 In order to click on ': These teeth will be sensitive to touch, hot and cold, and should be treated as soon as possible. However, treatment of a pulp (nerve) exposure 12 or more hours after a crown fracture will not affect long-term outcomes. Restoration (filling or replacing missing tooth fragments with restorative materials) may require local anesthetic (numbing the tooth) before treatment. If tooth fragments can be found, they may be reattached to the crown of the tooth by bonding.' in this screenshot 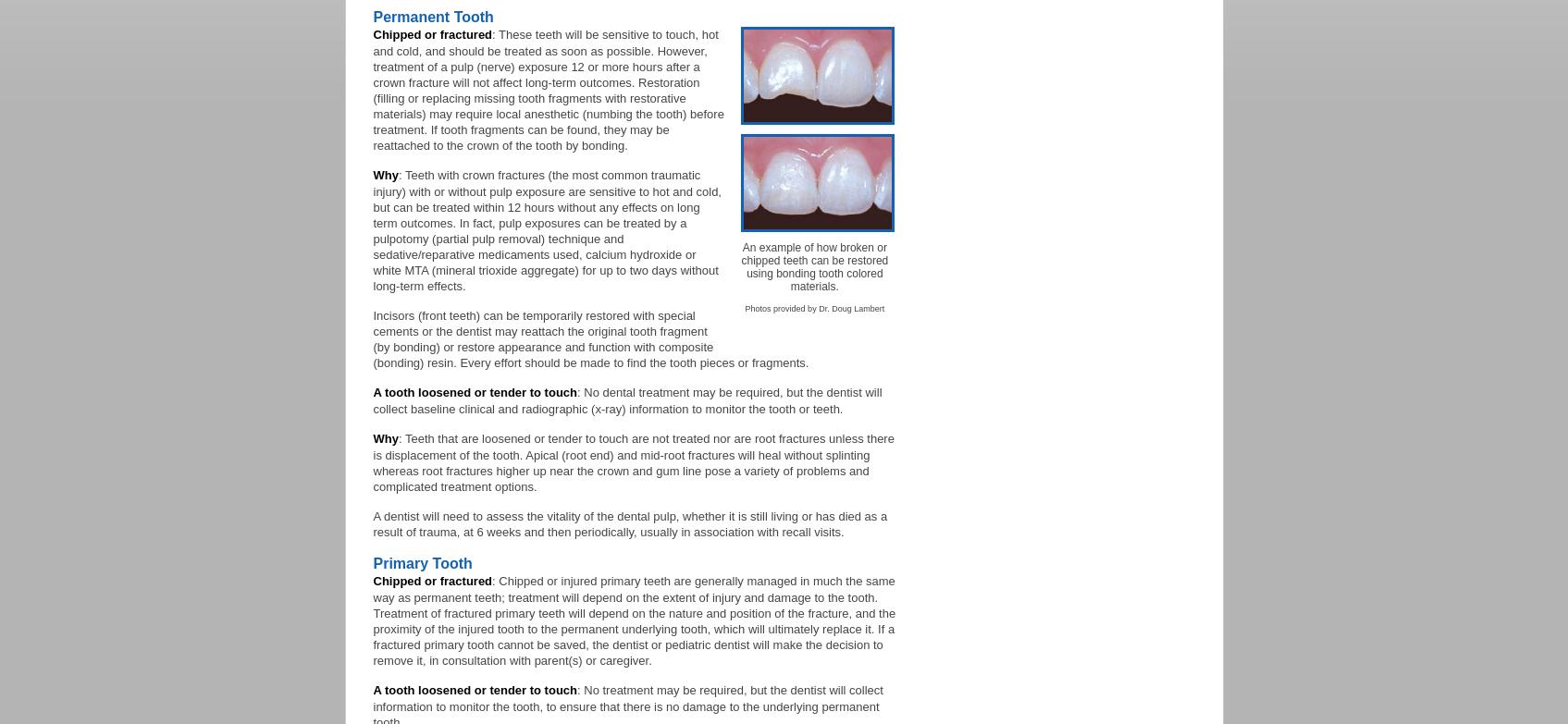, I will do `click(373, 90)`.